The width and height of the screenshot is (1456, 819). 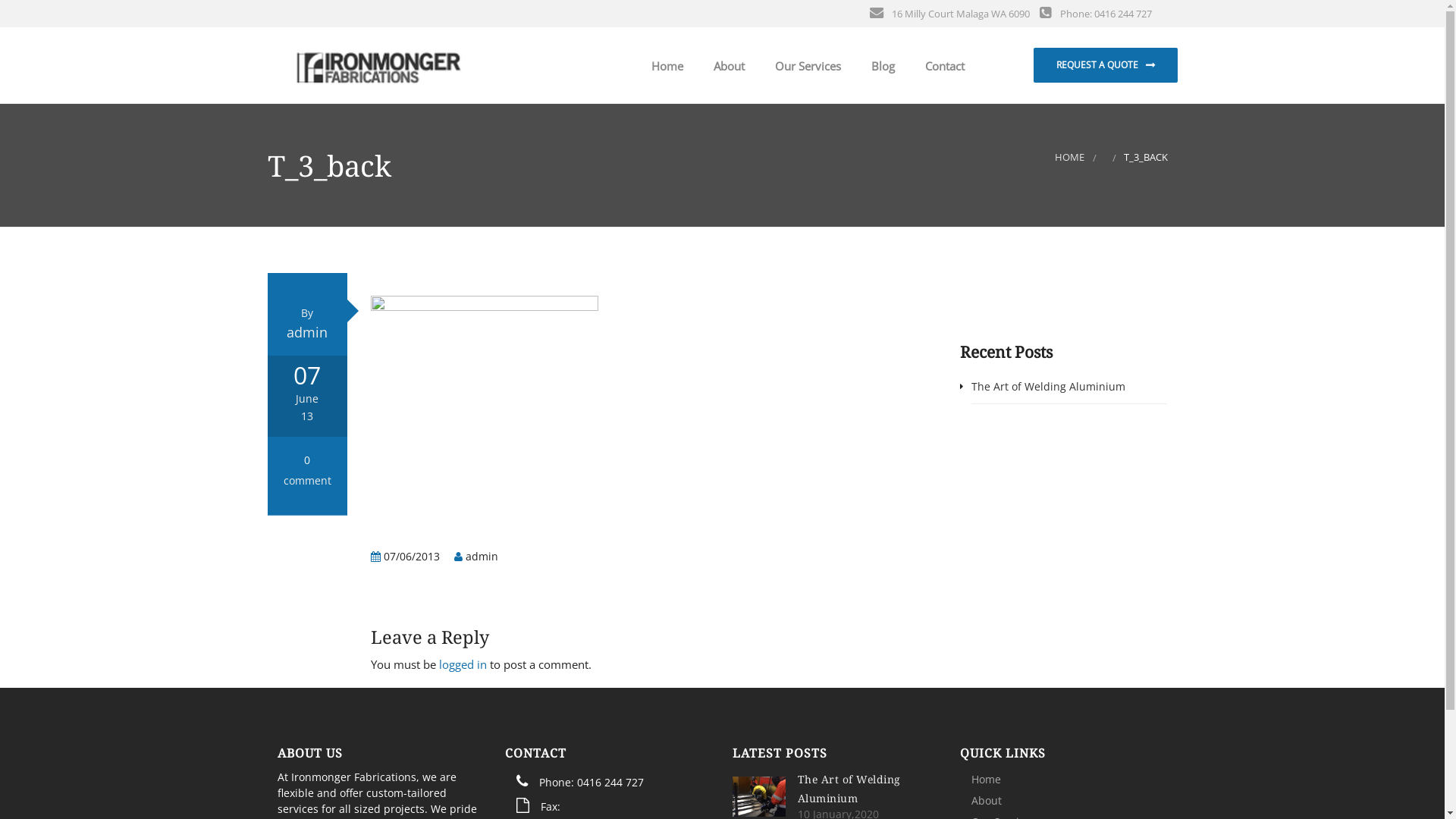 I want to click on 'HOME', so click(x=1068, y=157).